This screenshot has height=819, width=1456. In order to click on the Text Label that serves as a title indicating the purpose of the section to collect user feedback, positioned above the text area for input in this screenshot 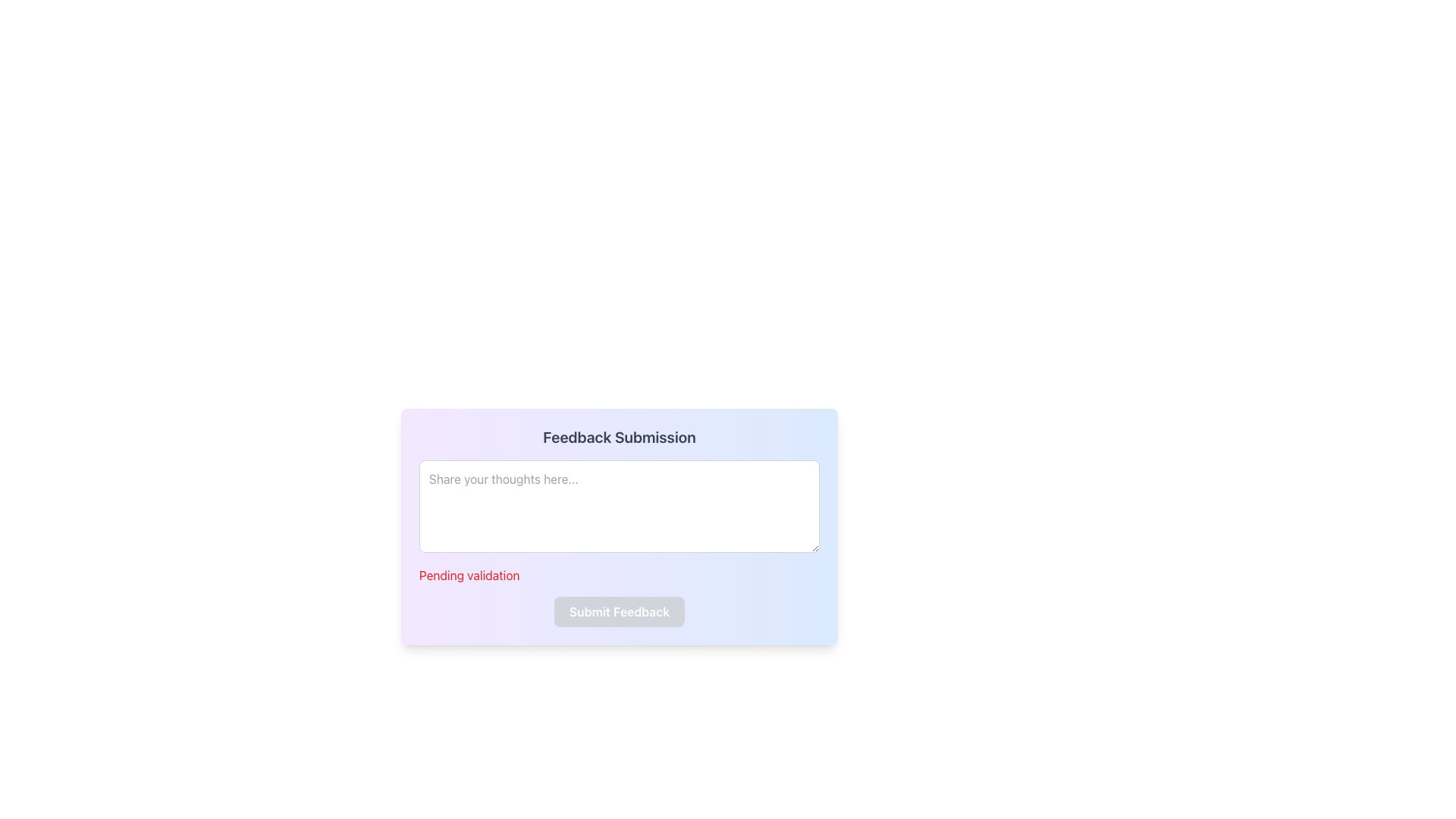, I will do `click(619, 438)`.